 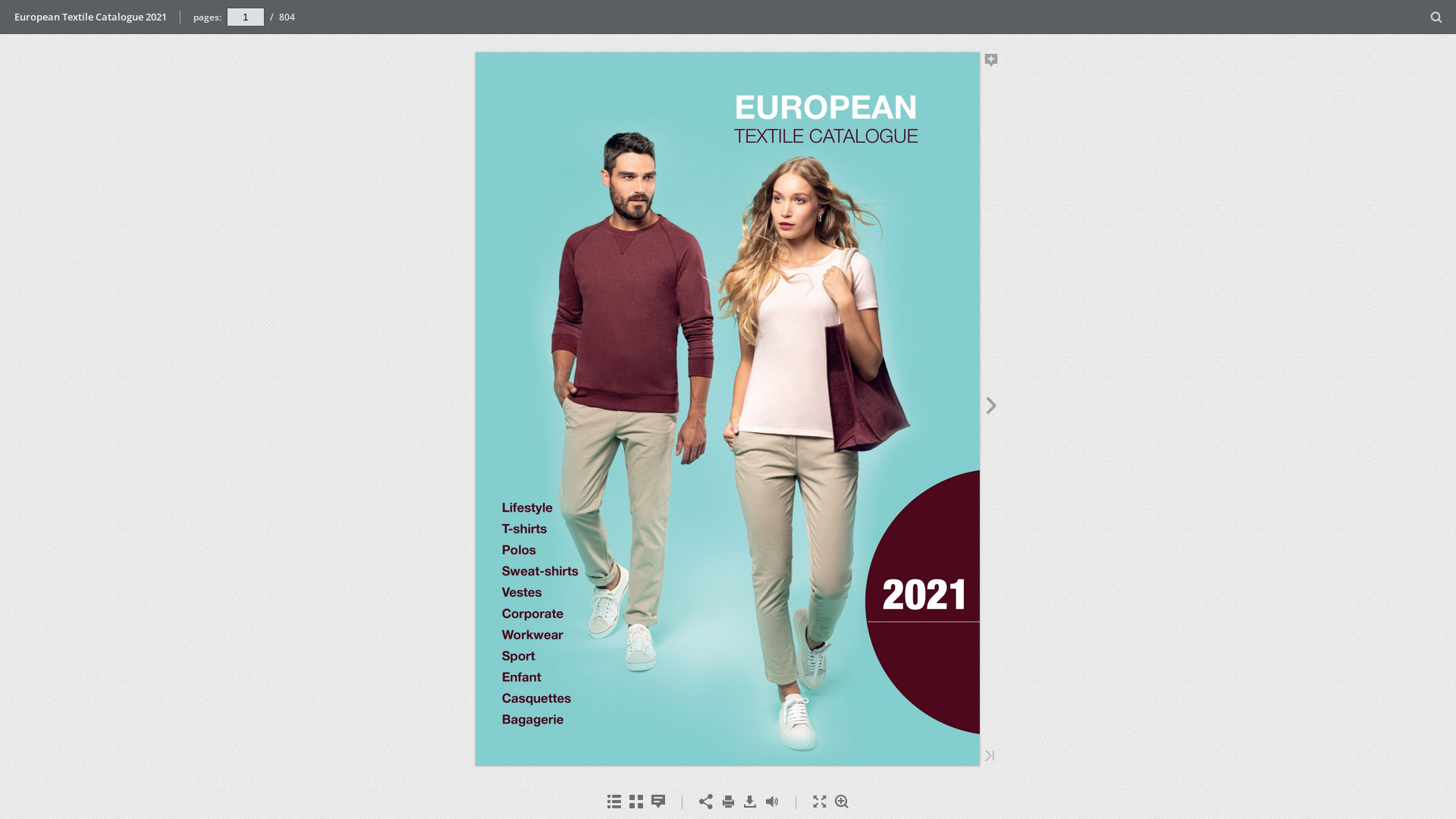 I want to click on 'Print', so click(x=728, y=801).